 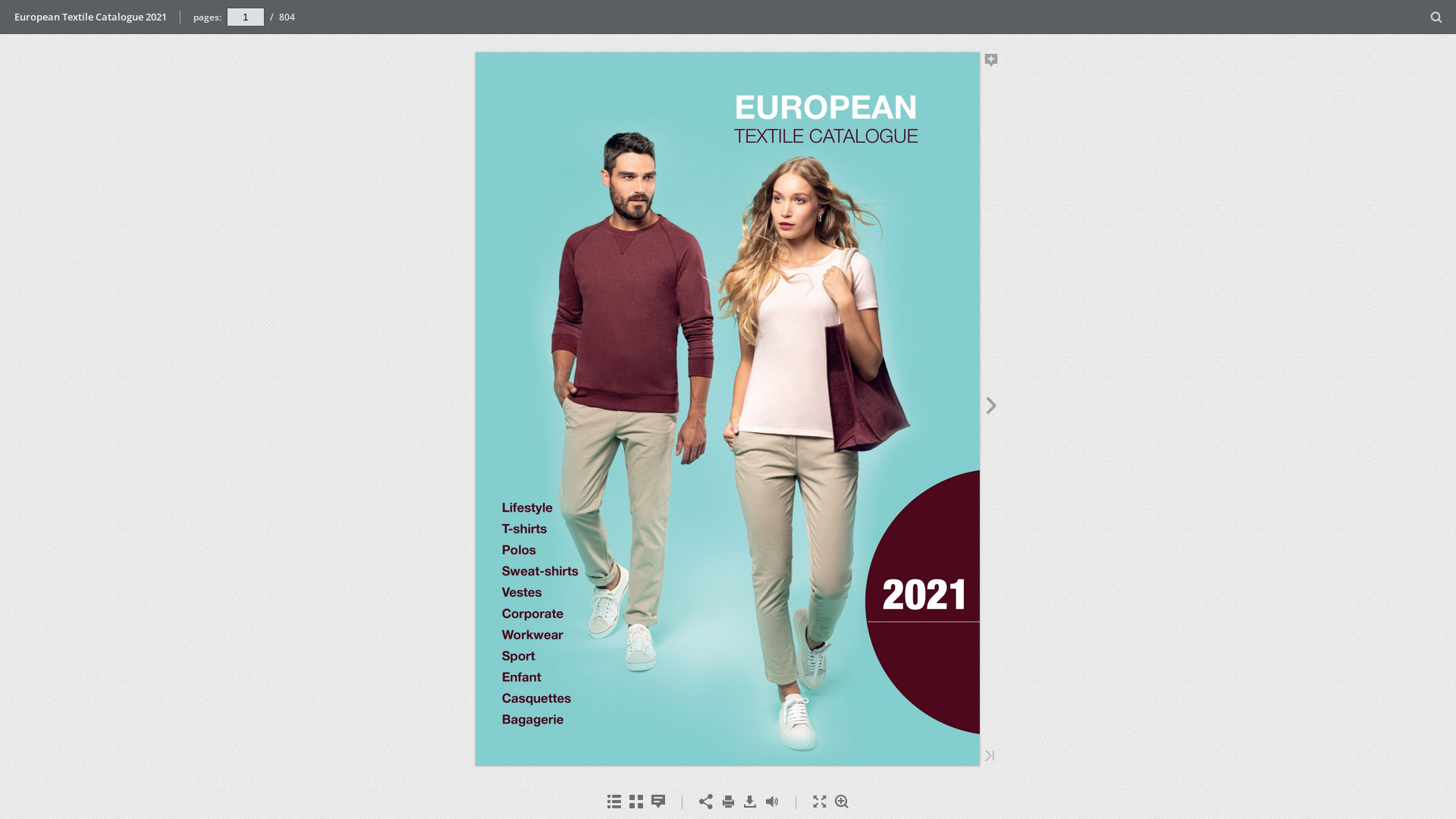 I want to click on 'Print', so click(x=728, y=801).